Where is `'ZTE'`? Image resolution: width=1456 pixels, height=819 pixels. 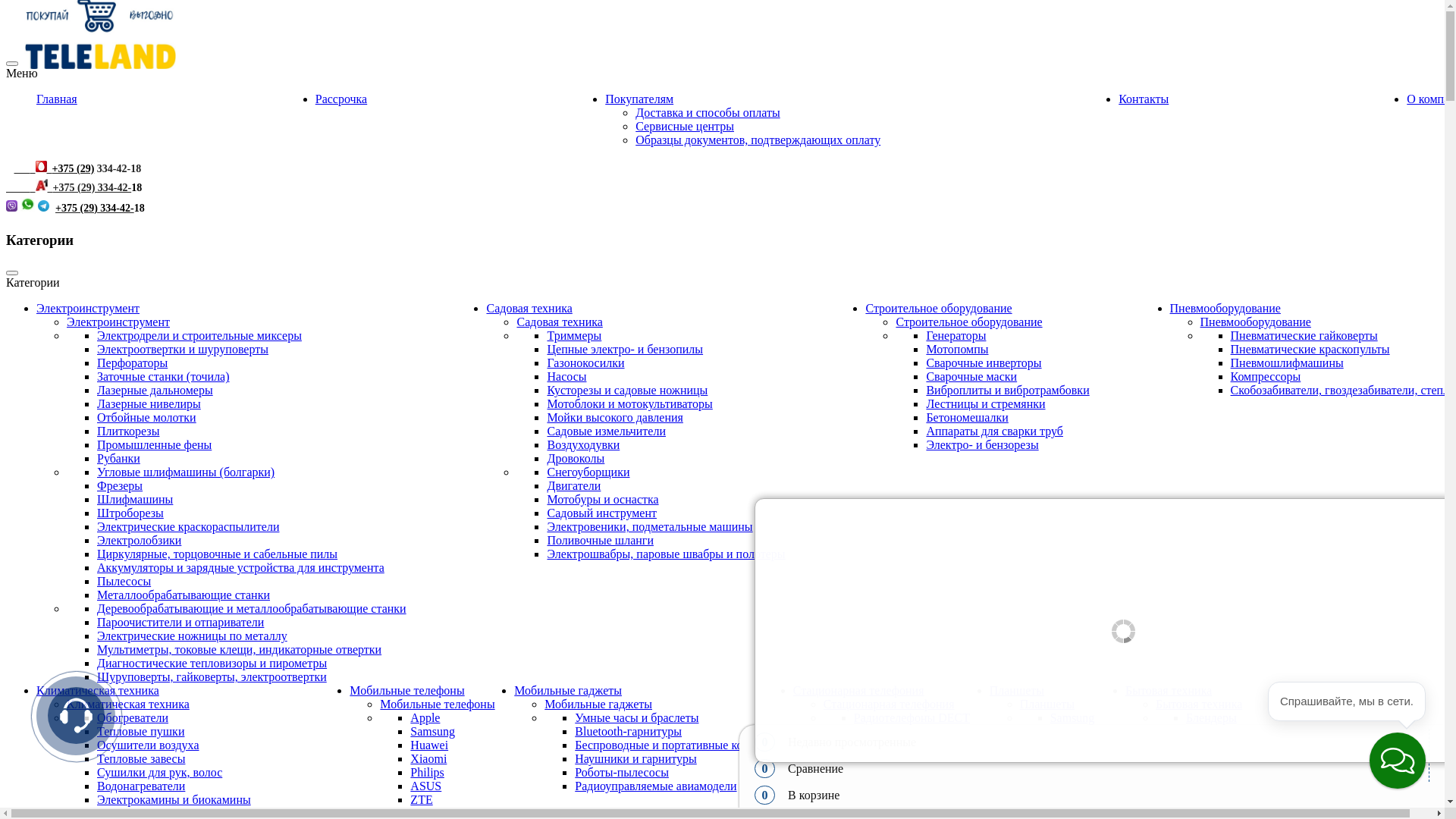 'ZTE' is located at coordinates (421, 799).